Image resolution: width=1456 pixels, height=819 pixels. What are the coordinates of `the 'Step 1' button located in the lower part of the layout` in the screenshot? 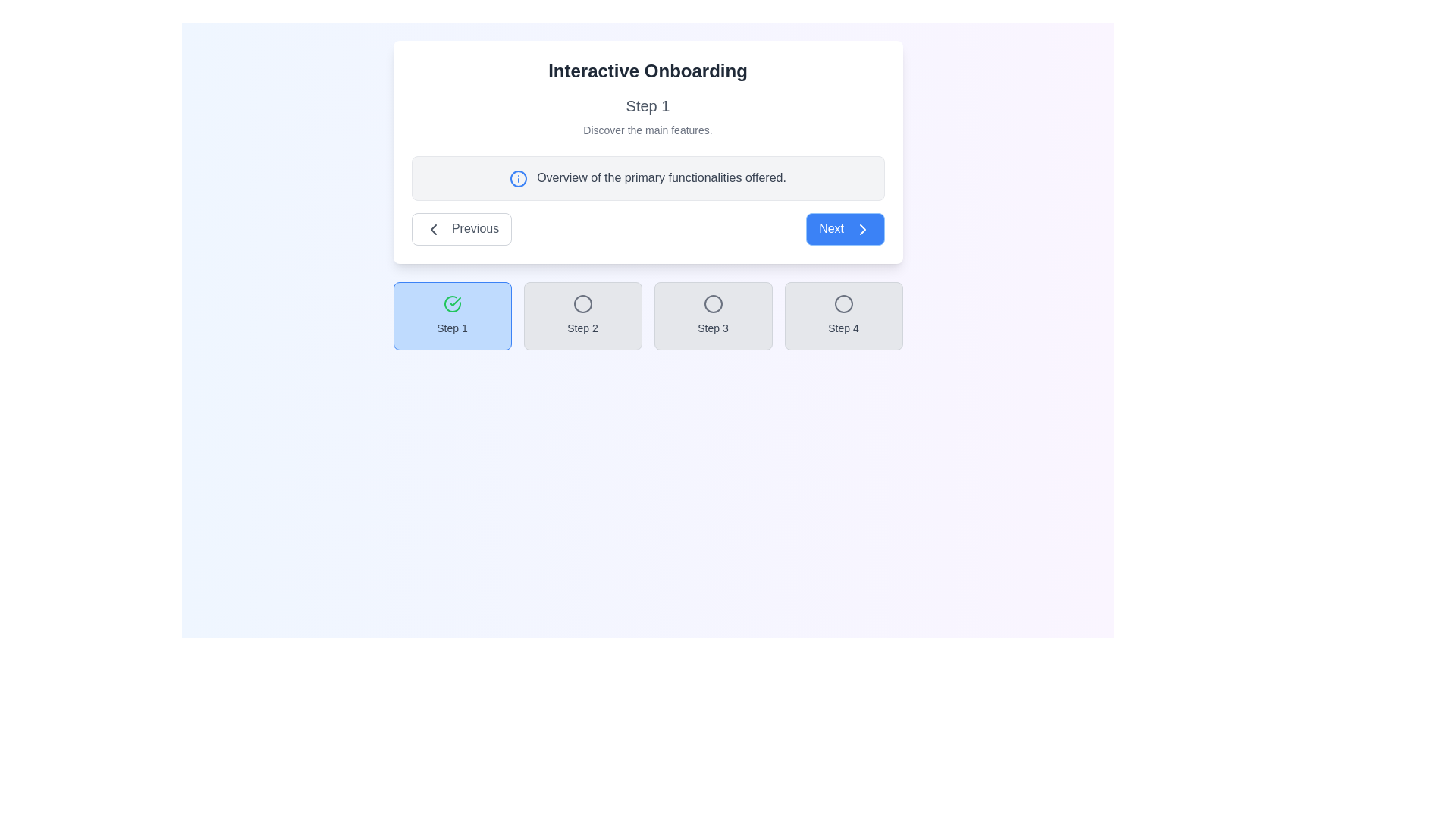 It's located at (451, 315).